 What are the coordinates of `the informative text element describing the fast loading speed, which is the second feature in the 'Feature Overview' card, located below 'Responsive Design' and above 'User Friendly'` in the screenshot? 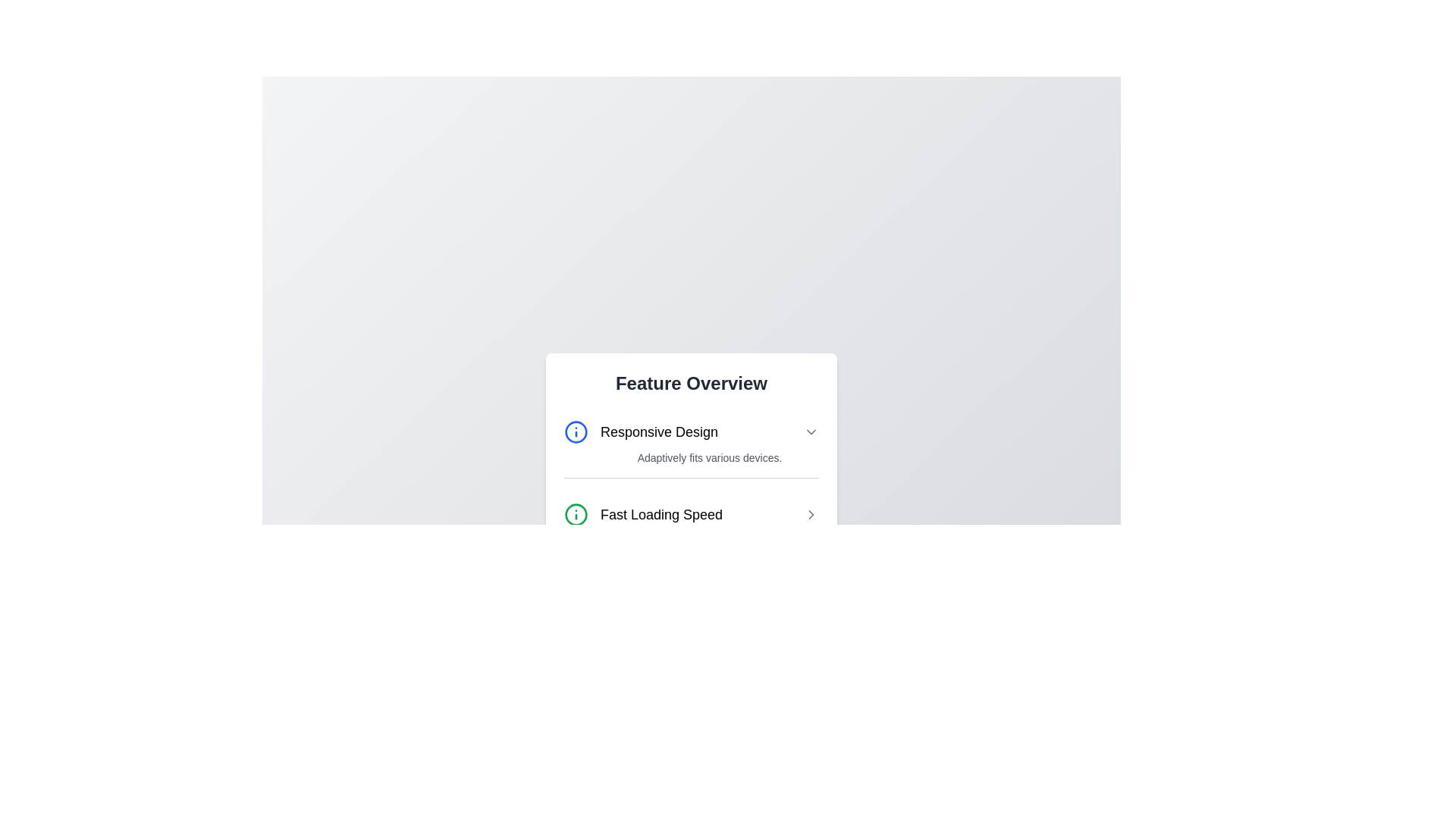 It's located at (691, 504).